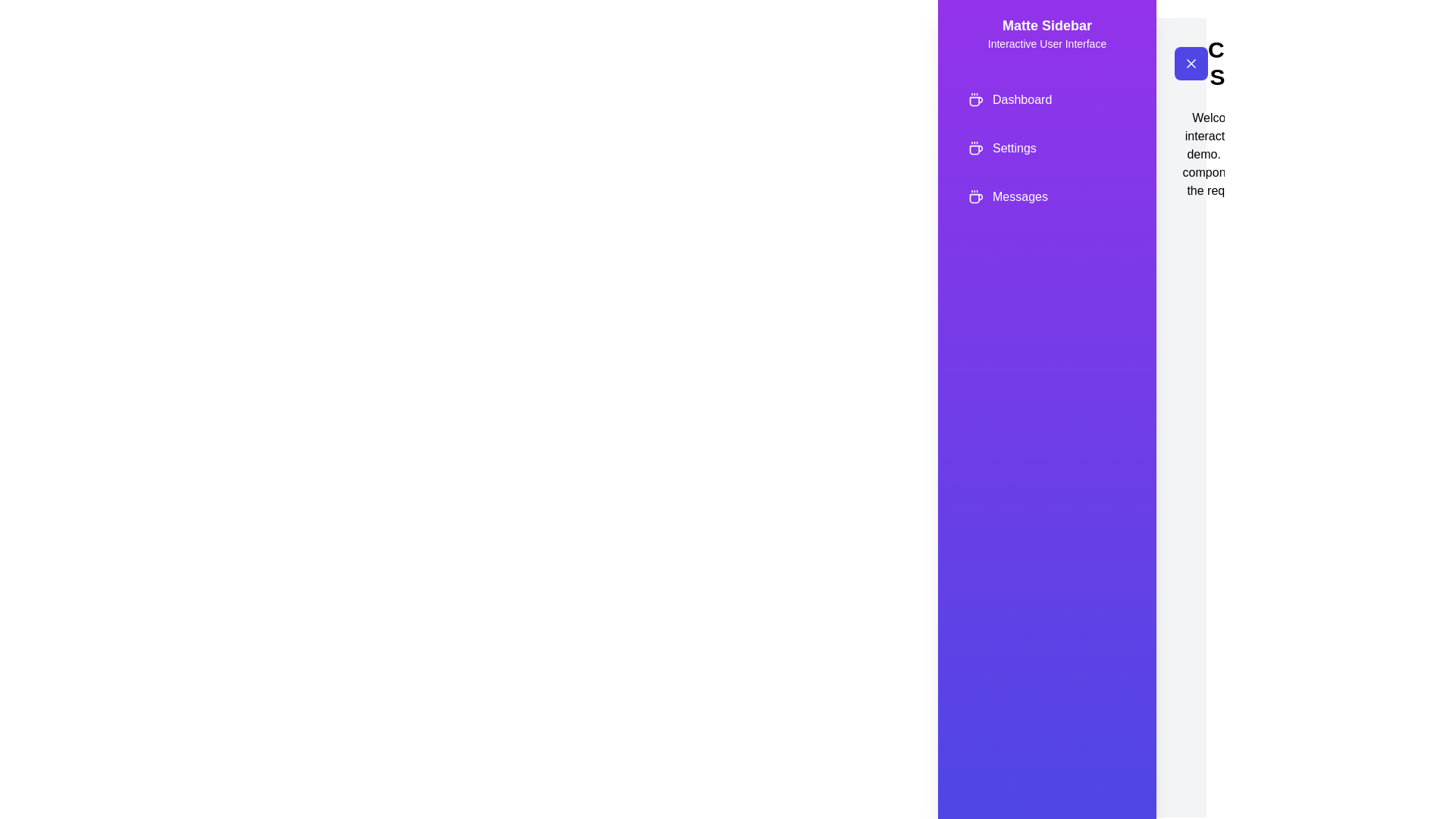 The height and width of the screenshot is (819, 1456). Describe the element at coordinates (976, 102) in the screenshot. I see `the decorative cup icon located in the right sidebar, which represents settings or customization options, positioned below two vertical lines and above a line indicating the cup's steam` at that location.